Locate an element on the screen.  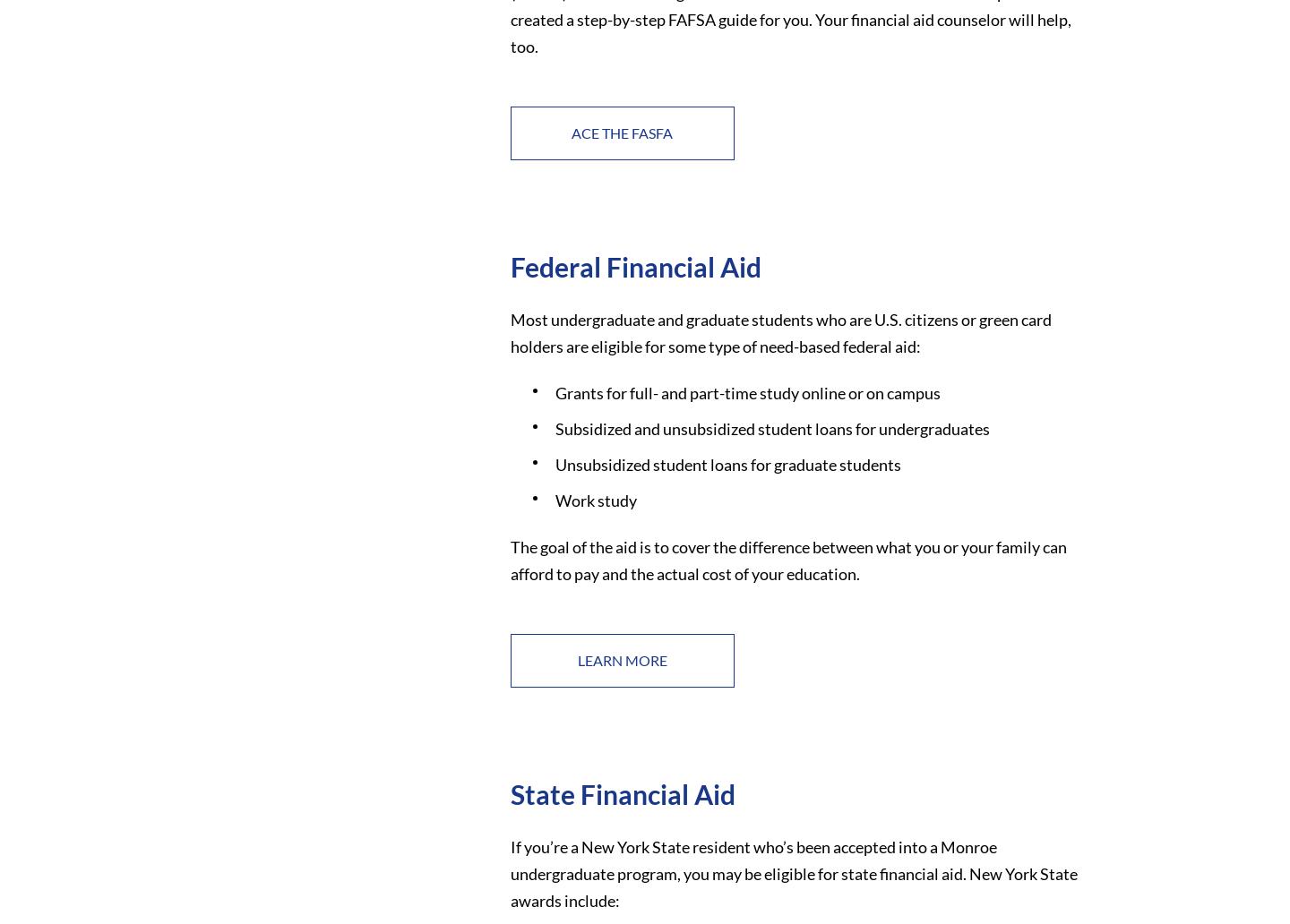
'Ace the FASFA' is located at coordinates (622, 131).